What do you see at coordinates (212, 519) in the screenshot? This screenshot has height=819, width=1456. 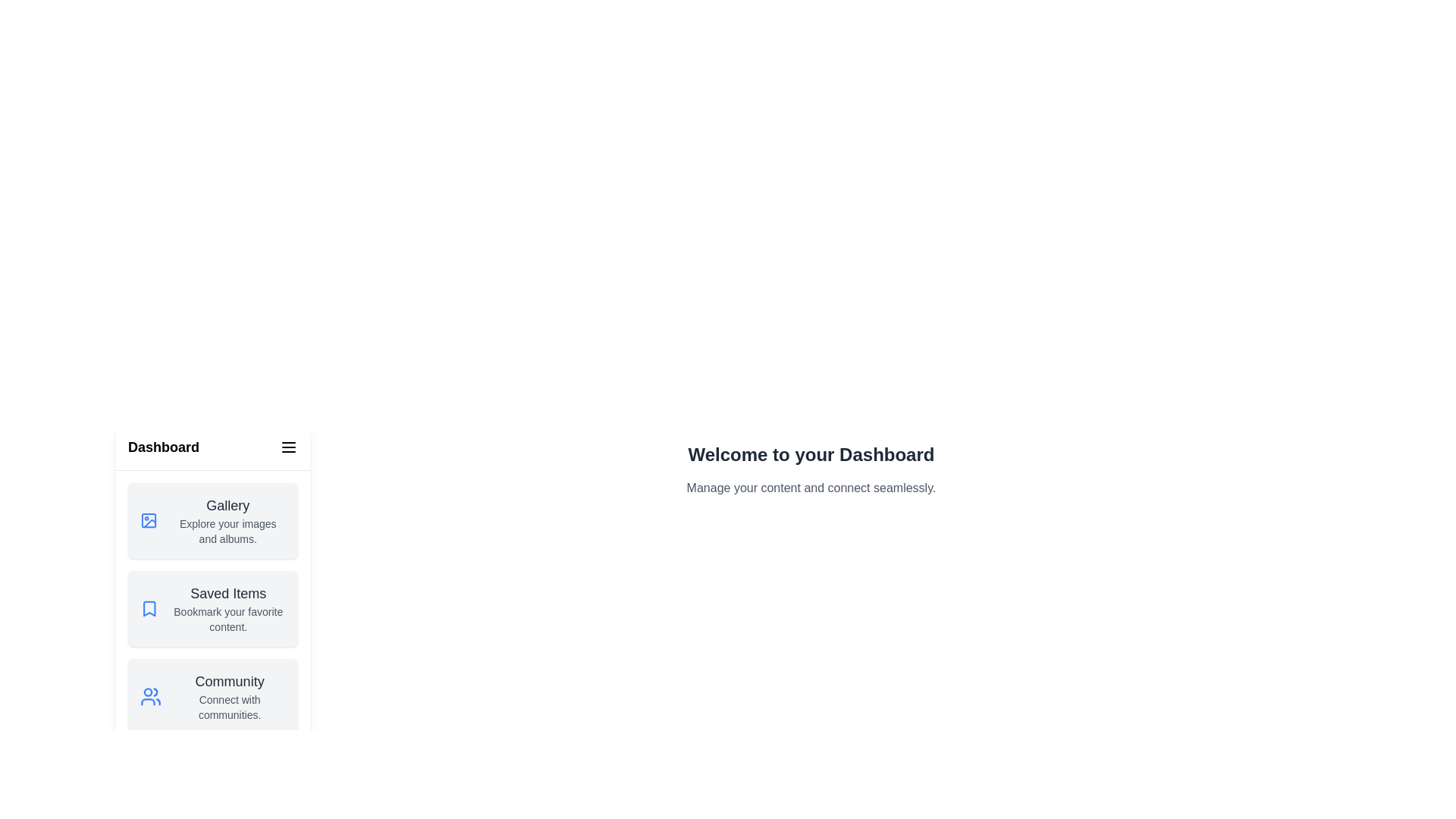 I see `the section Gallery to observe its hover effect` at bounding box center [212, 519].